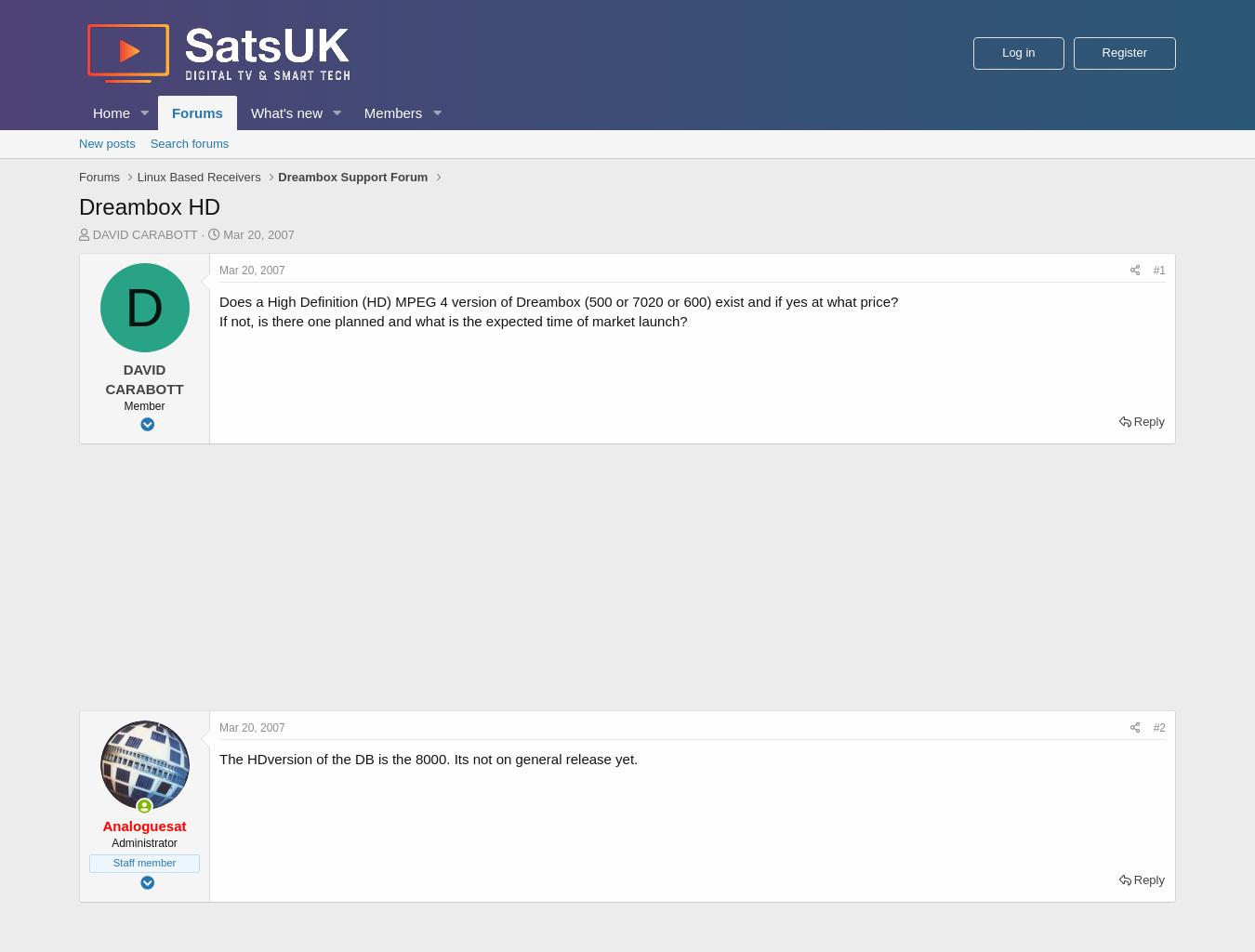 Image resolution: width=1255 pixels, height=952 pixels. I want to click on 'If not, is there one planned and what is the expected time of market launch?', so click(452, 321).